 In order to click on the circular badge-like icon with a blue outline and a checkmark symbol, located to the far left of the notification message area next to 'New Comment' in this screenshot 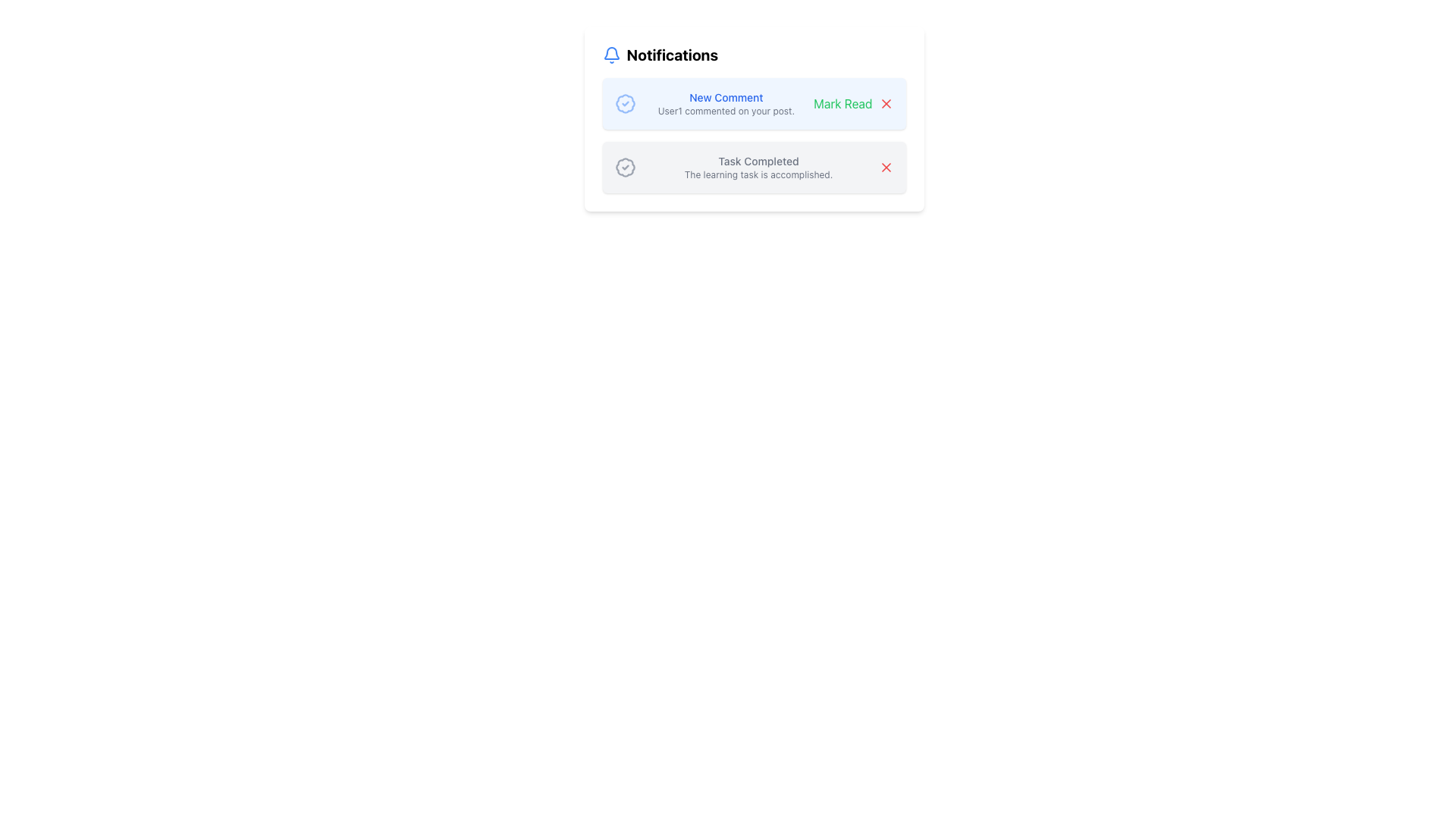, I will do `click(625, 103)`.